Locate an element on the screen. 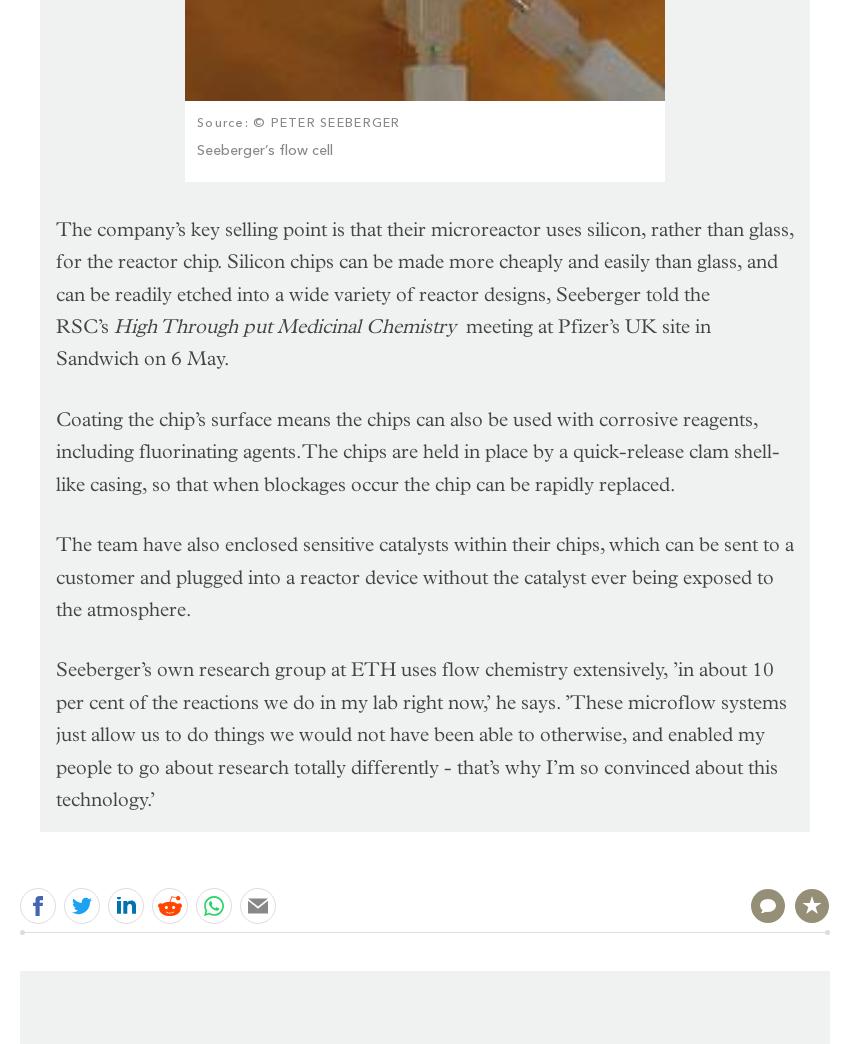 The width and height of the screenshot is (850, 1044). 'The company’s key selling point is that their microreactor uses silicon, rather than glass, for the reactor chip. Silicon chips can be made more cheaply and easily than glass, and can be readily etched into a wide variety of reactor designs, Seeberger told the RSC’s' is located at coordinates (425, 276).